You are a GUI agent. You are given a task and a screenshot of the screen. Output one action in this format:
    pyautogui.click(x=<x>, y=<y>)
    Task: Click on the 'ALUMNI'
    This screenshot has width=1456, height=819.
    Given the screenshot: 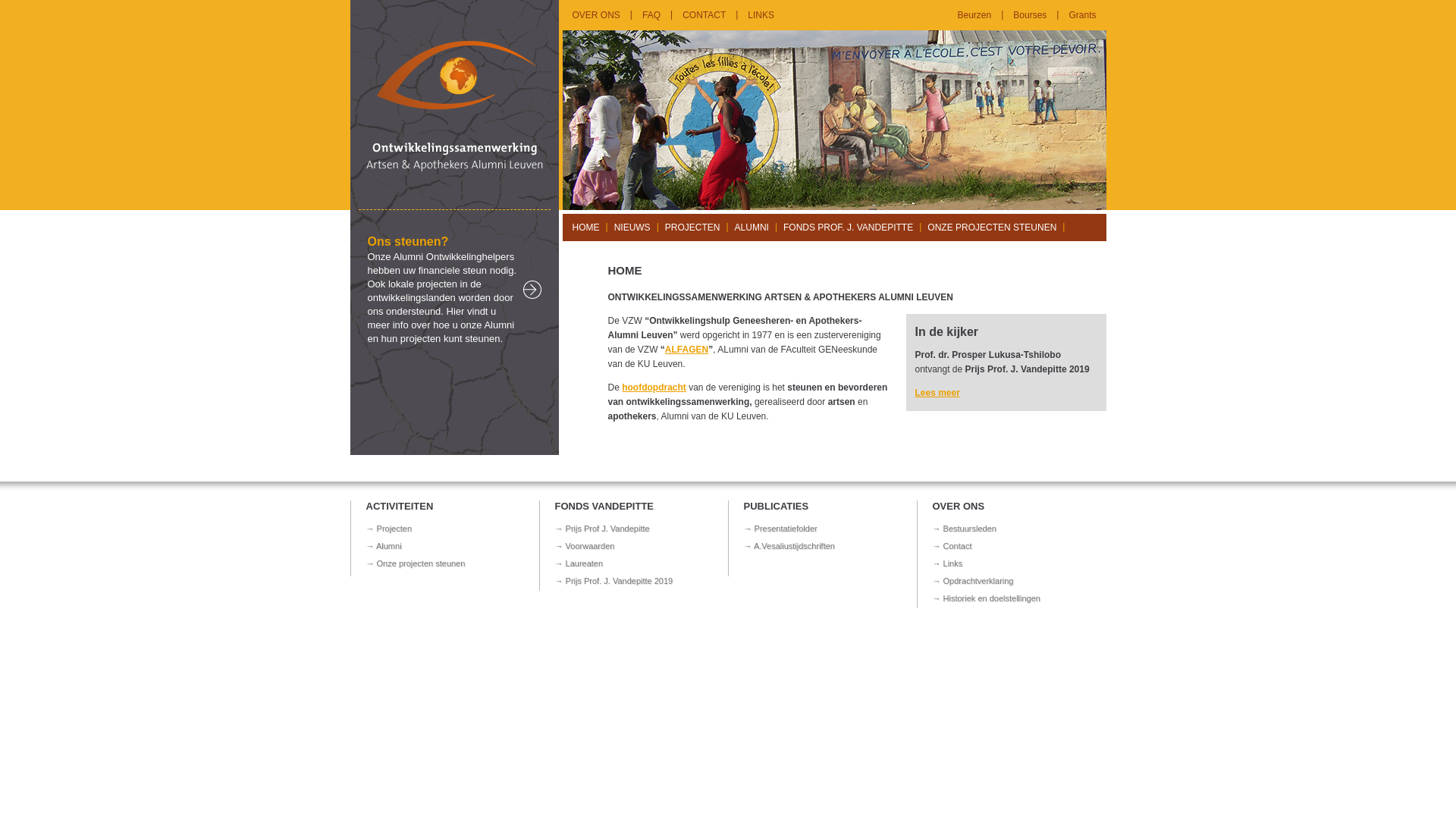 What is the action you would take?
    pyautogui.click(x=752, y=227)
    